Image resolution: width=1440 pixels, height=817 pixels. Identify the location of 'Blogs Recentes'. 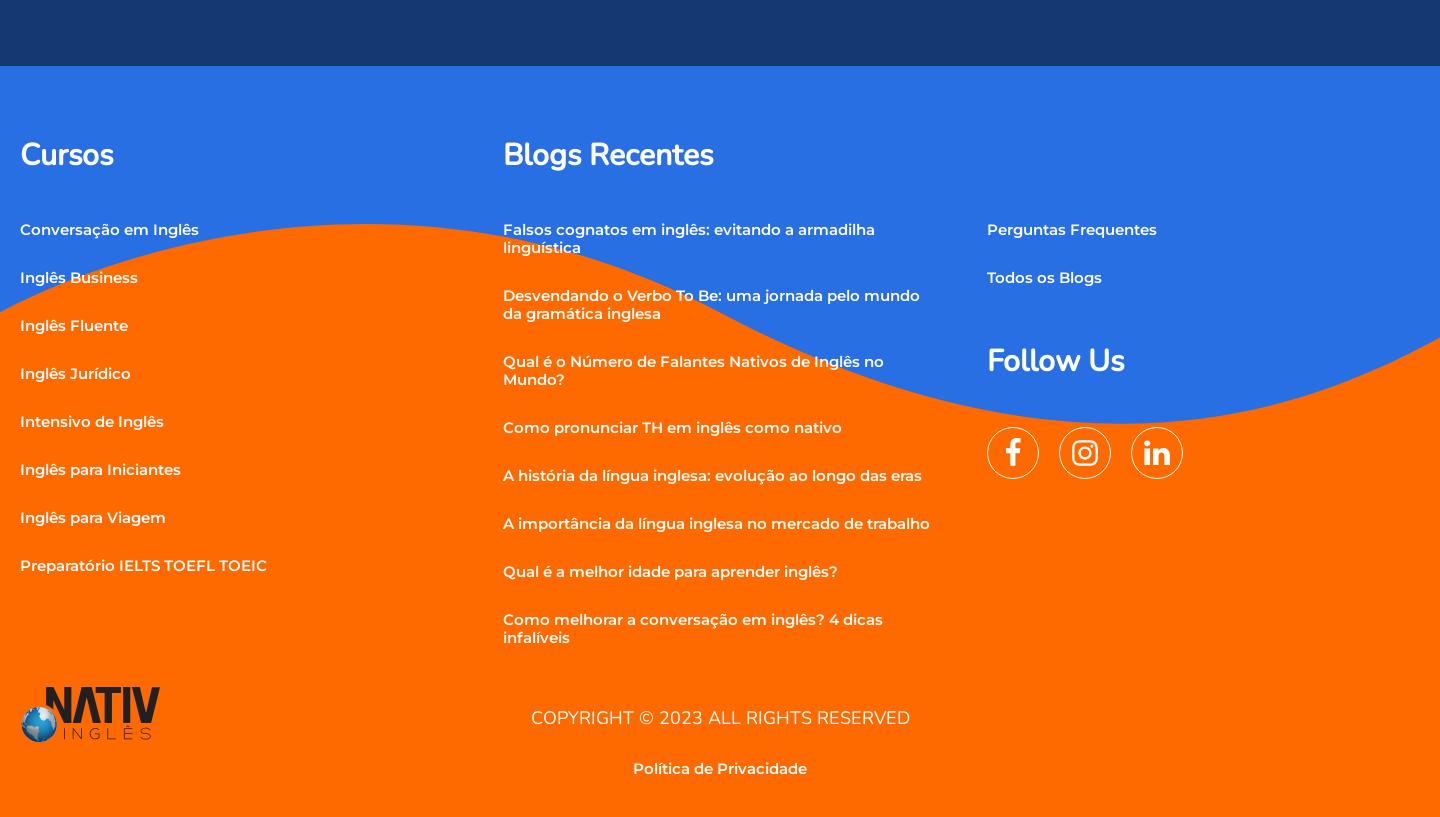
(606, 154).